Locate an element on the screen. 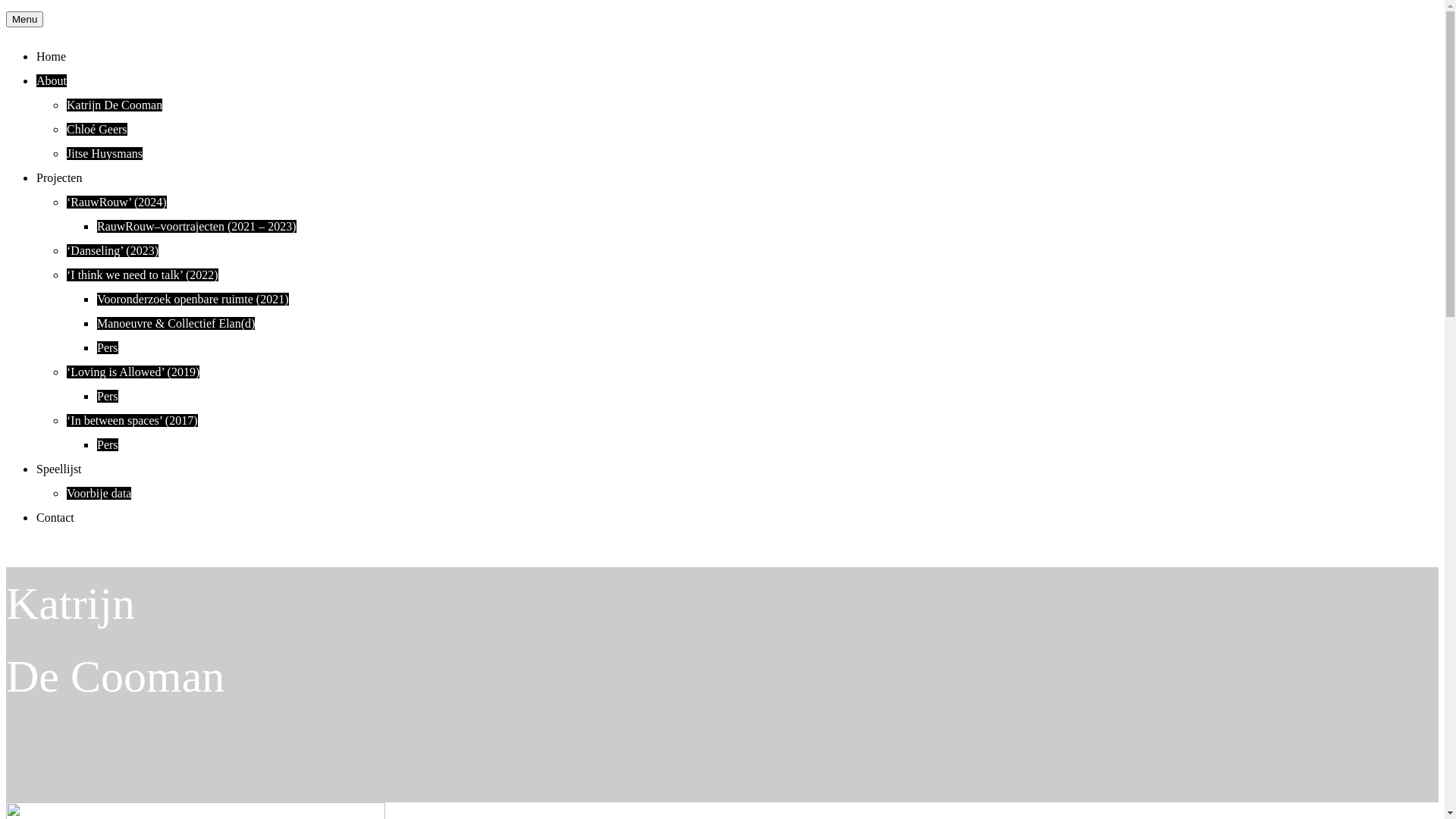 Image resolution: width=1456 pixels, height=819 pixels. 'Menu' is located at coordinates (24, 19).